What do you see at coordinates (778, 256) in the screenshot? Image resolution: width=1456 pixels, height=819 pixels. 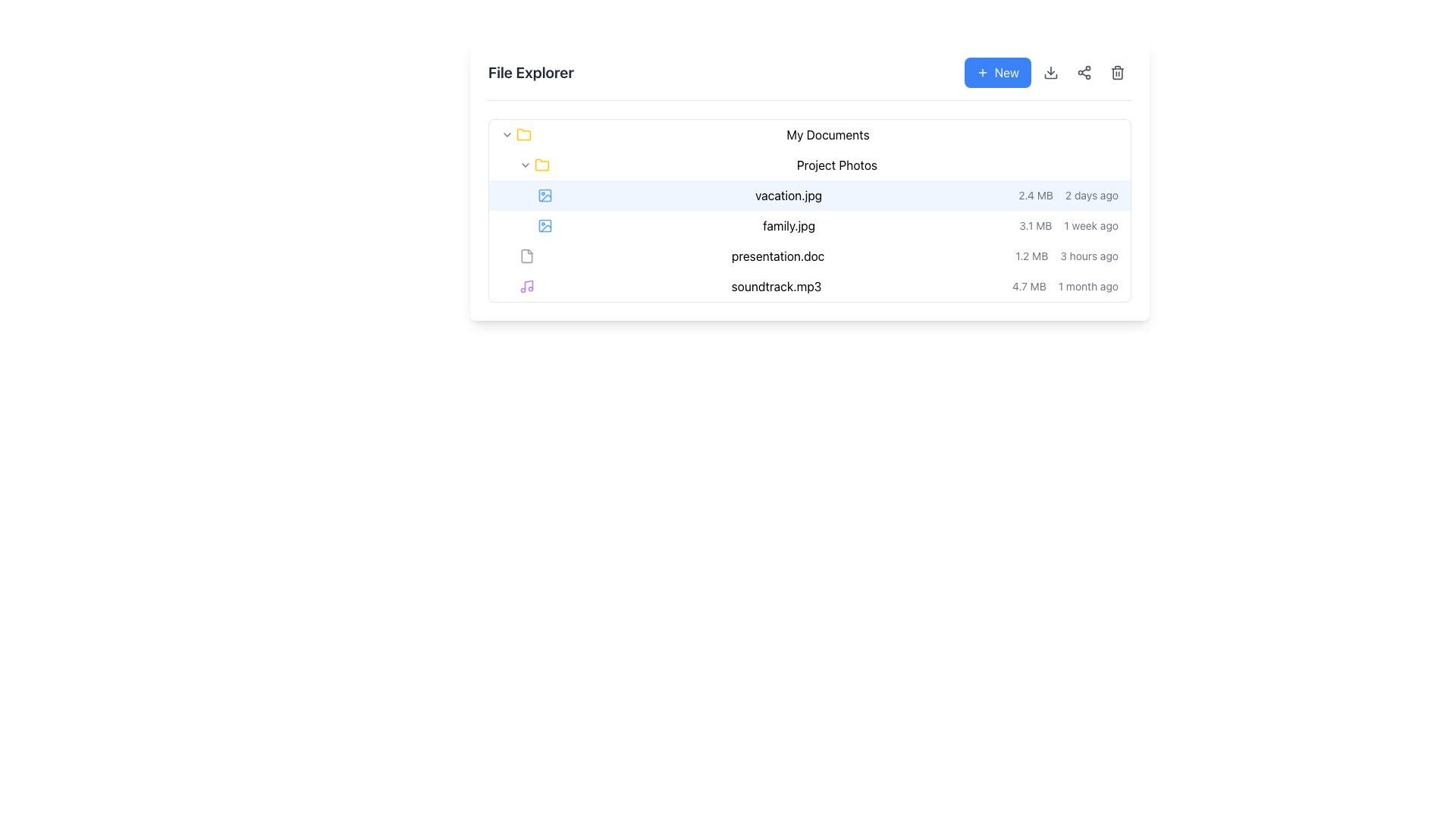 I see `the filename label in the third row of the file listing in the 'File Explorer' layout, located between the file icon and the file size/timestamp information` at bounding box center [778, 256].